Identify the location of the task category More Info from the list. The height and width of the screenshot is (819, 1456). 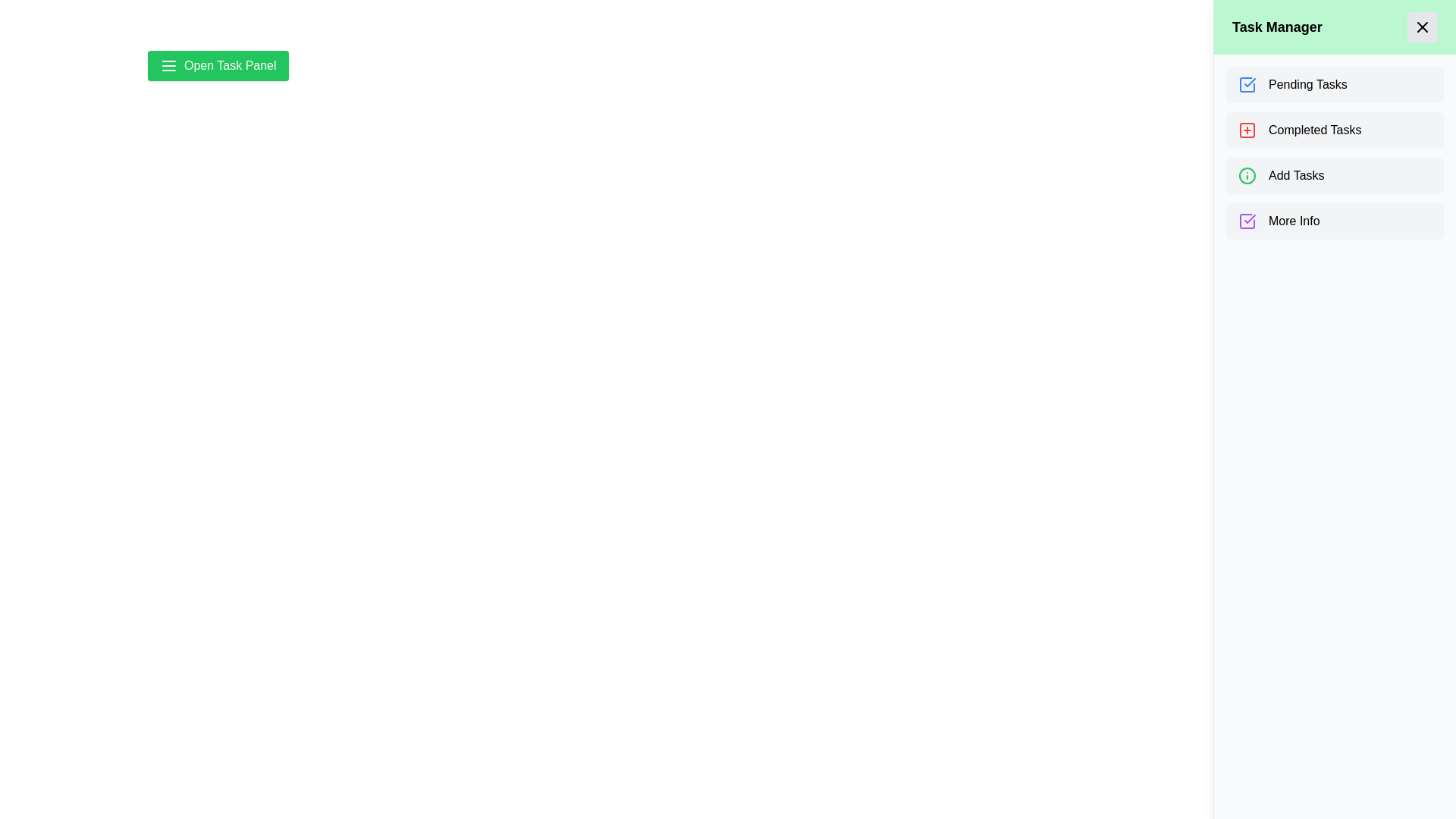
(1335, 221).